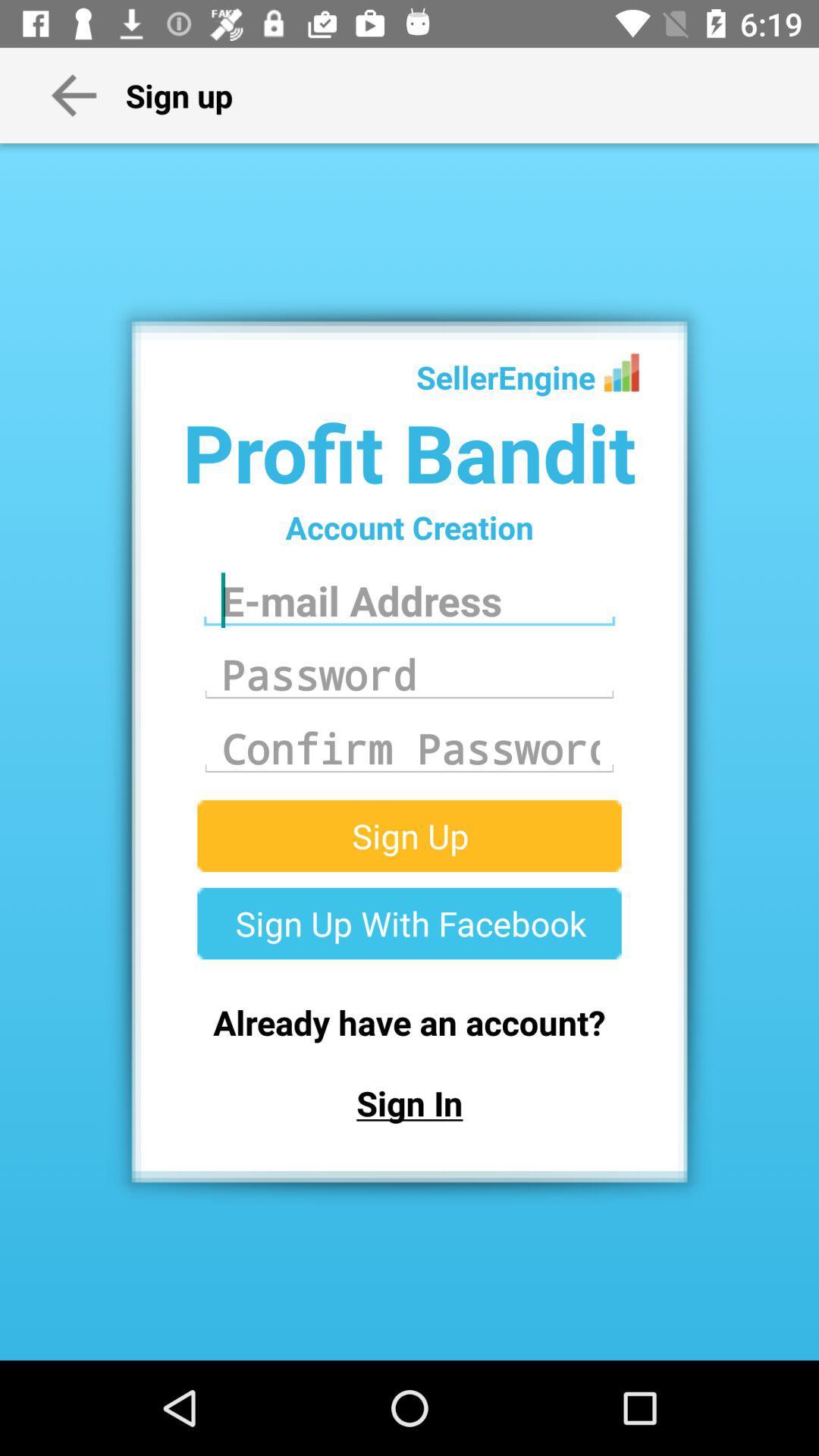 The image size is (819, 1456). What do you see at coordinates (409, 600) in the screenshot?
I see `e-mail address` at bounding box center [409, 600].